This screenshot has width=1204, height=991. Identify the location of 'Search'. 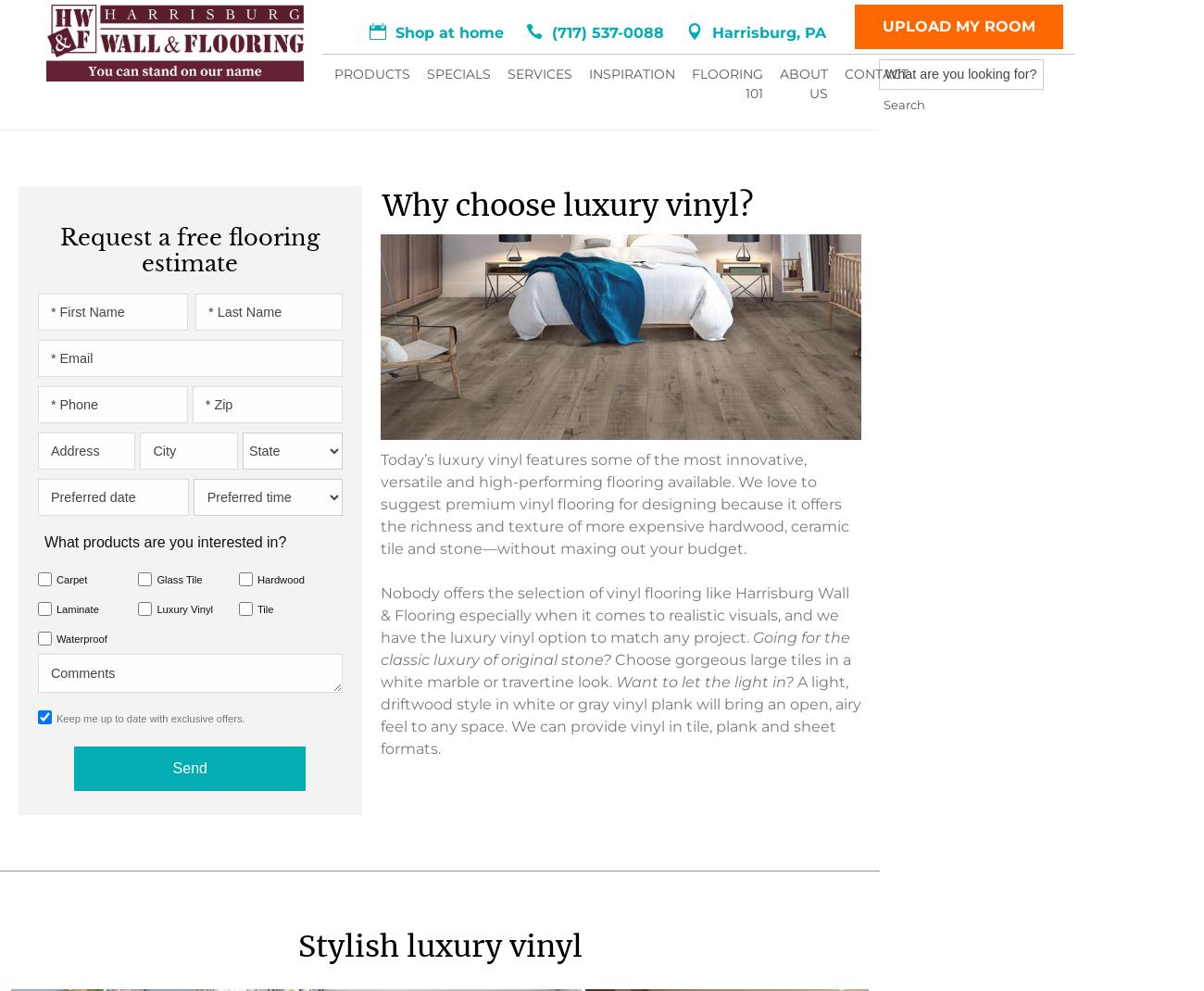
(710, 79).